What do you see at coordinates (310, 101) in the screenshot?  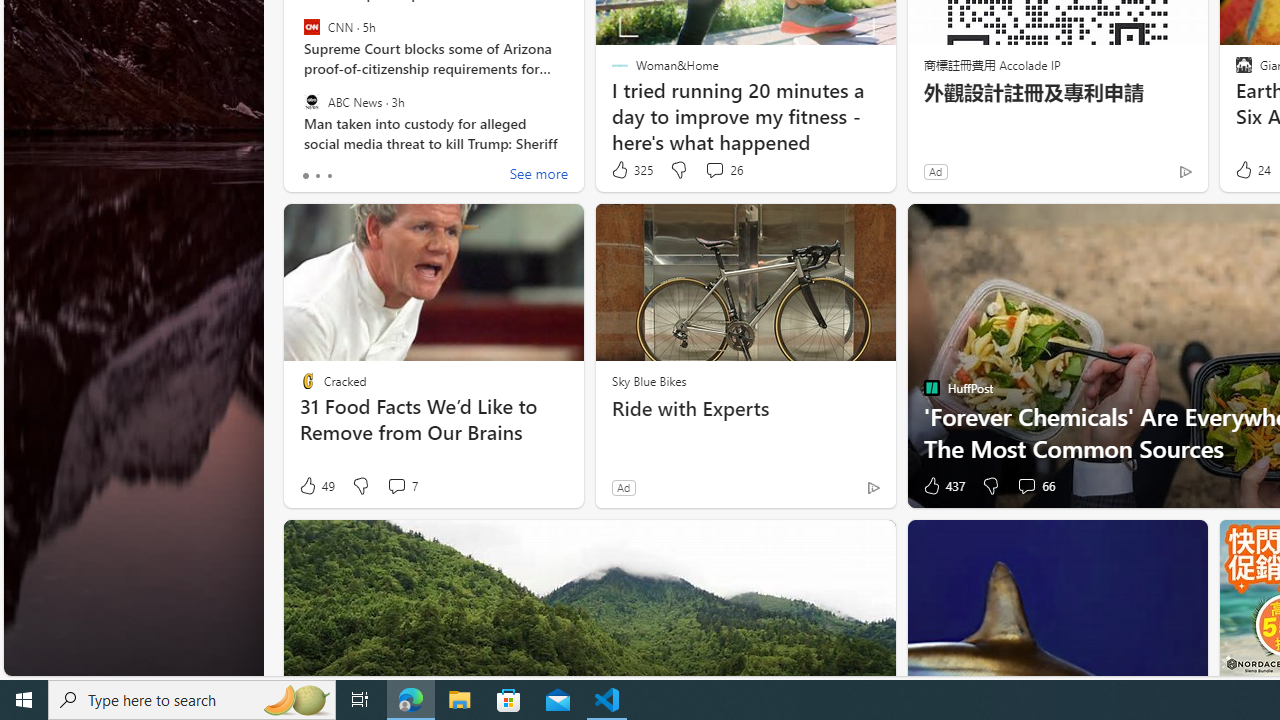 I see `'ABC News'` at bounding box center [310, 101].